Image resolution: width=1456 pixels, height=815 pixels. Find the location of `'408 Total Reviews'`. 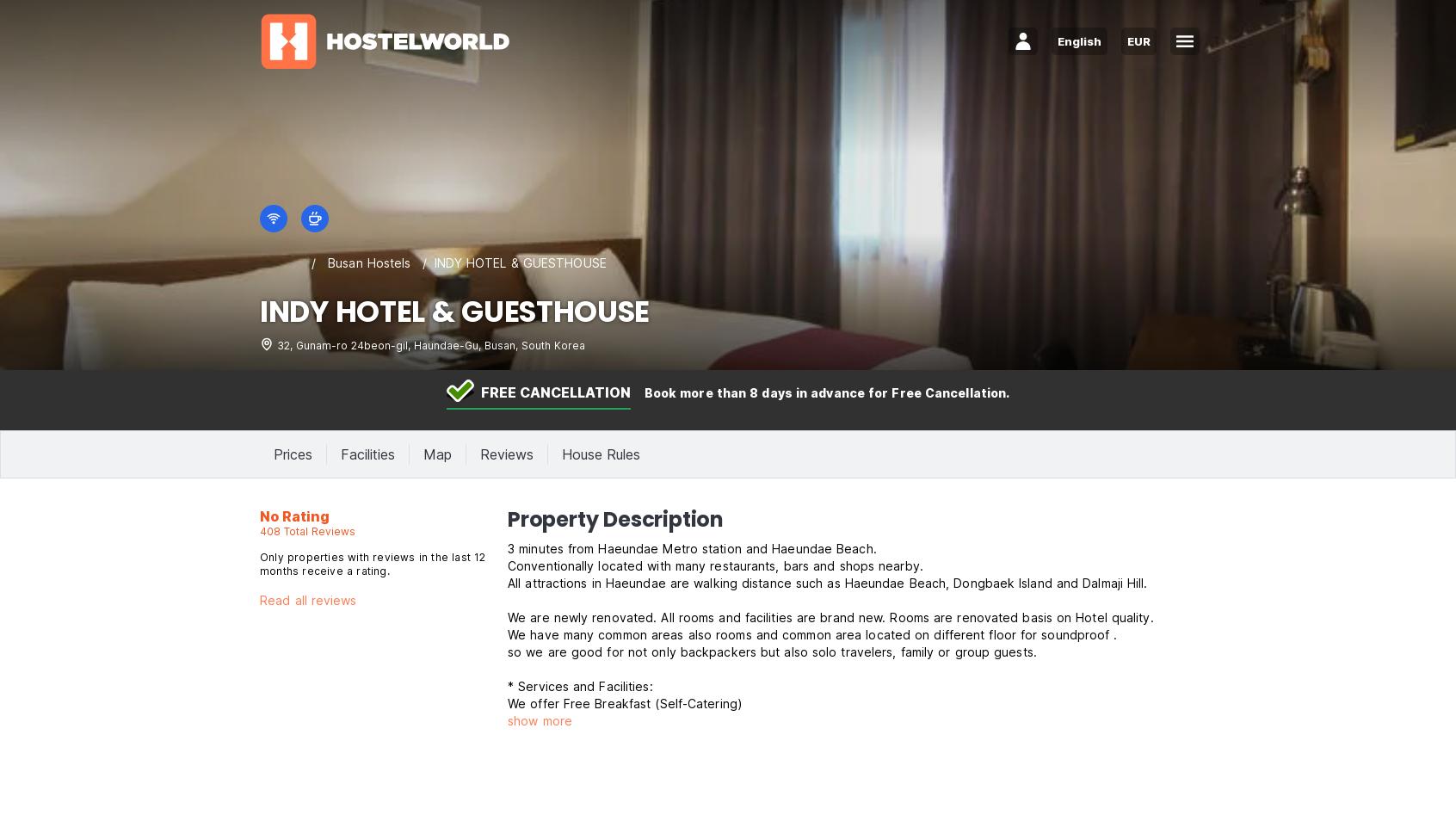

'408 Total Reviews' is located at coordinates (307, 531).